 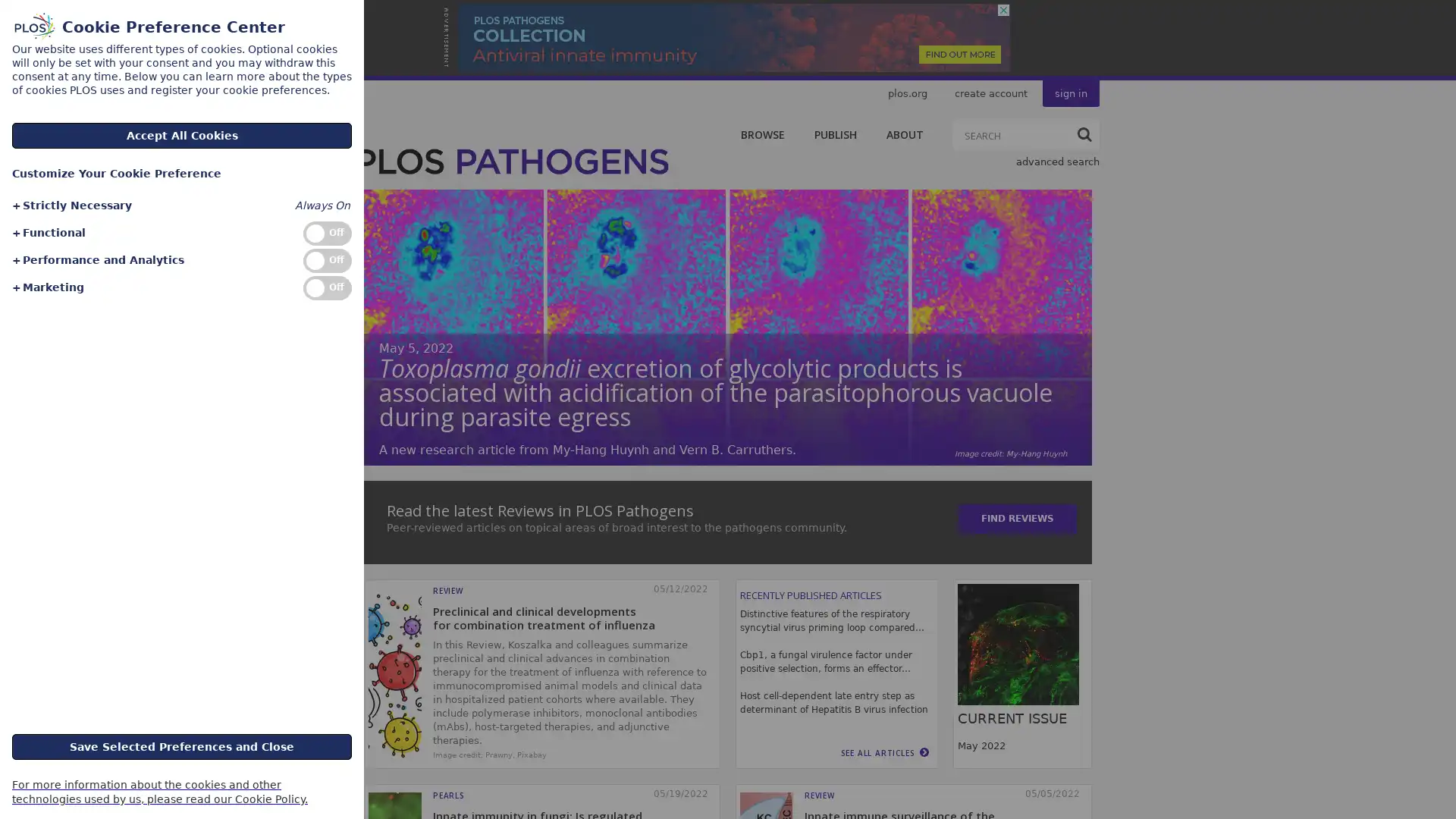 What do you see at coordinates (71, 206) in the screenshot?
I see `Toggle explanation of Strictly Necessary Cookies.` at bounding box center [71, 206].